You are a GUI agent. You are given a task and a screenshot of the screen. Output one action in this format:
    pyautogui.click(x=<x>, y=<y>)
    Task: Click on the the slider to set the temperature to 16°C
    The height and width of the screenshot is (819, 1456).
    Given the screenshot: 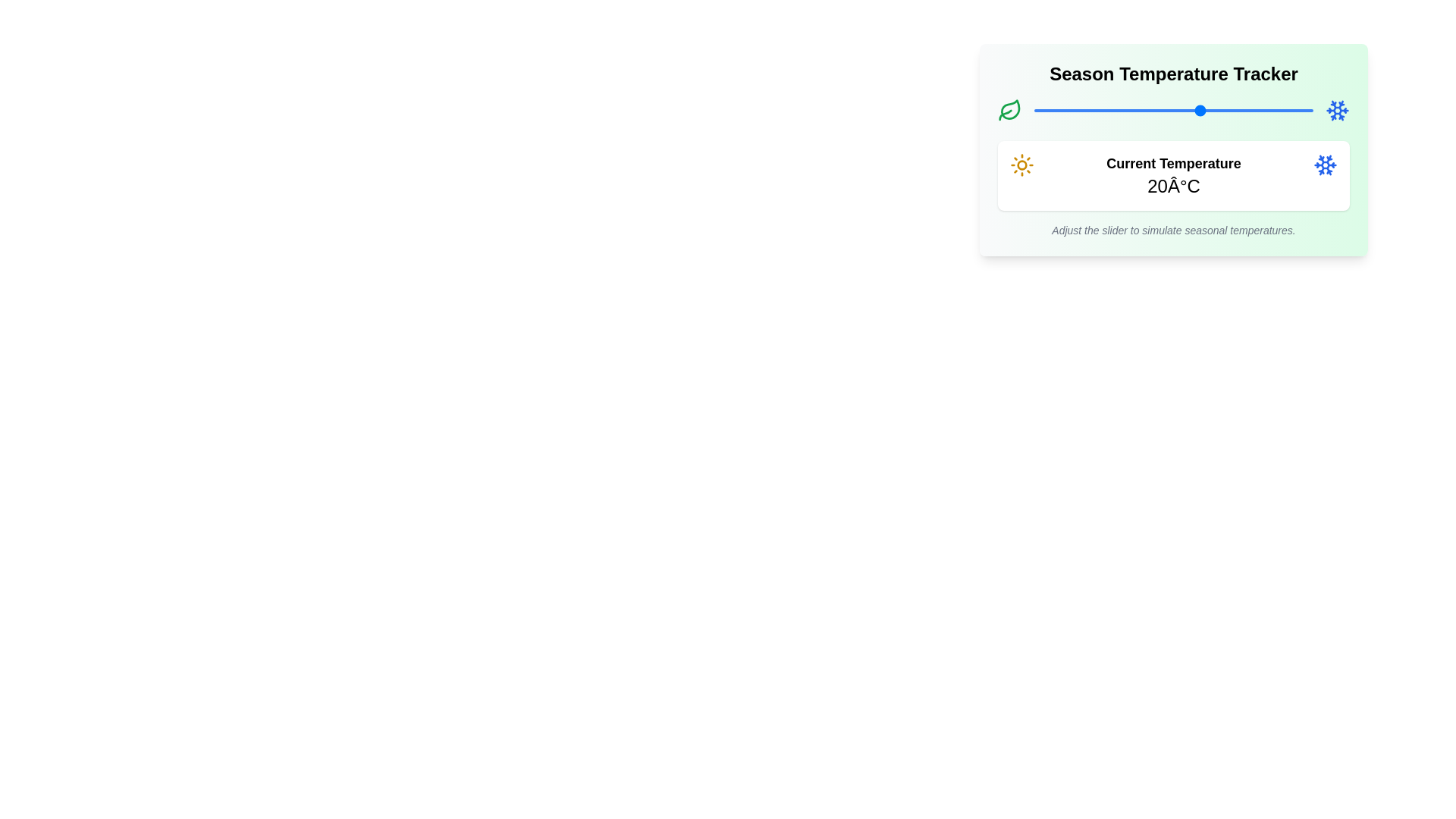 What is the action you would take?
    pyautogui.click(x=1178, y=110)
    